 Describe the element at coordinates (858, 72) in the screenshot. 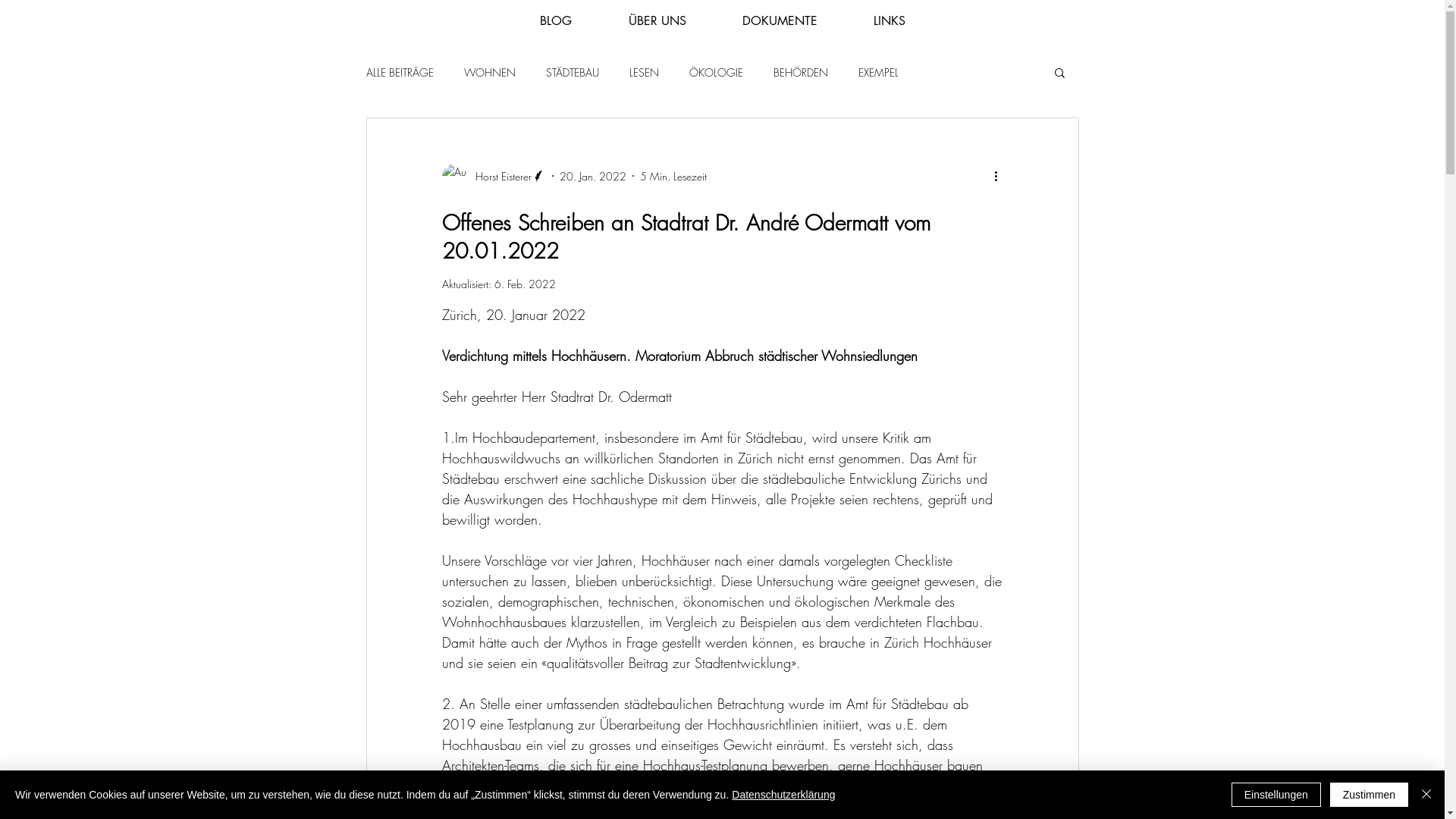

I see `'EXEMPEL'` at that location.